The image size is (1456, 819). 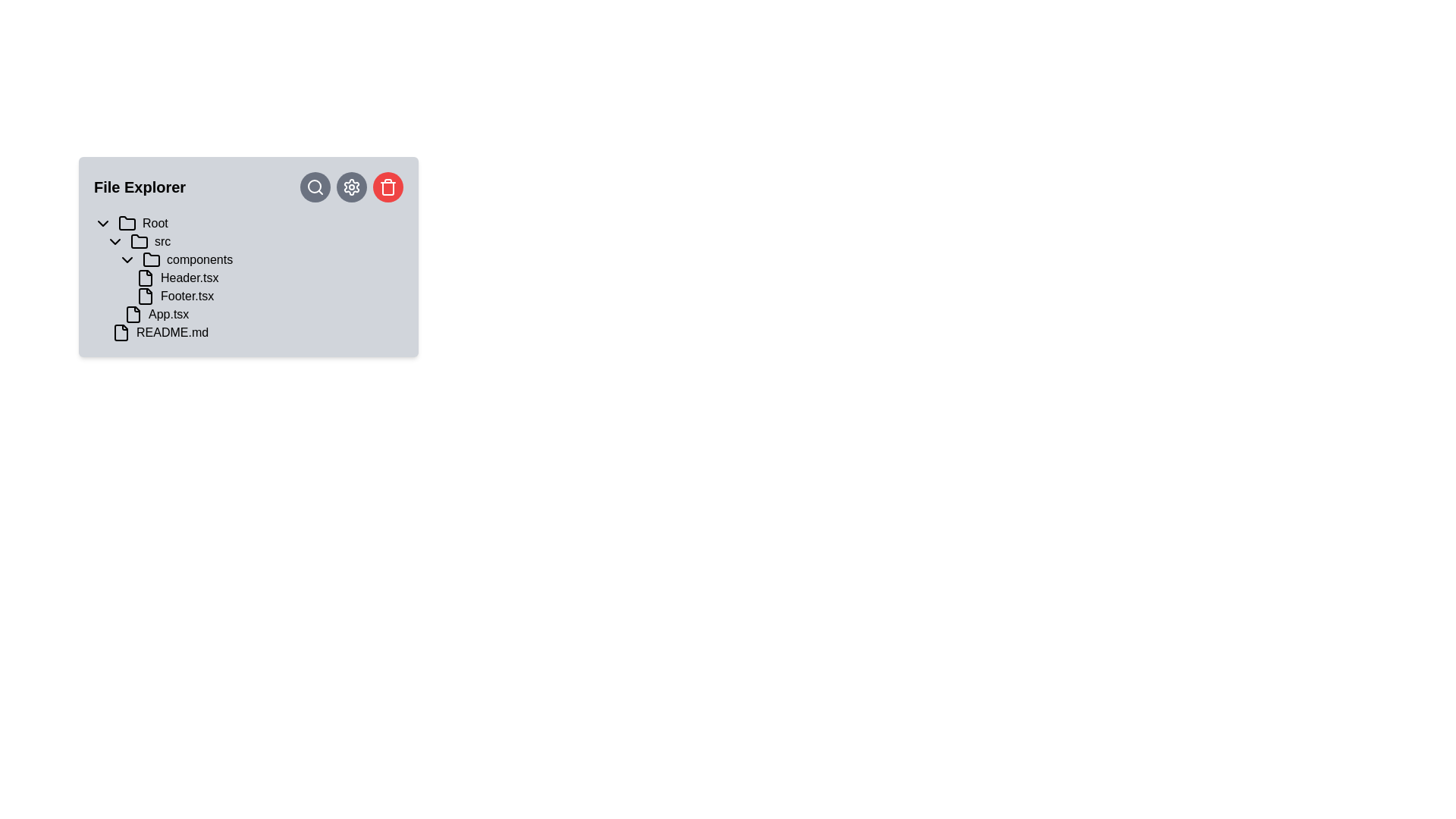 What do you see at coordinates (127, 259) in the screenshot?
I see `the Chevron Icon Button` at bounding box center [127, 259].